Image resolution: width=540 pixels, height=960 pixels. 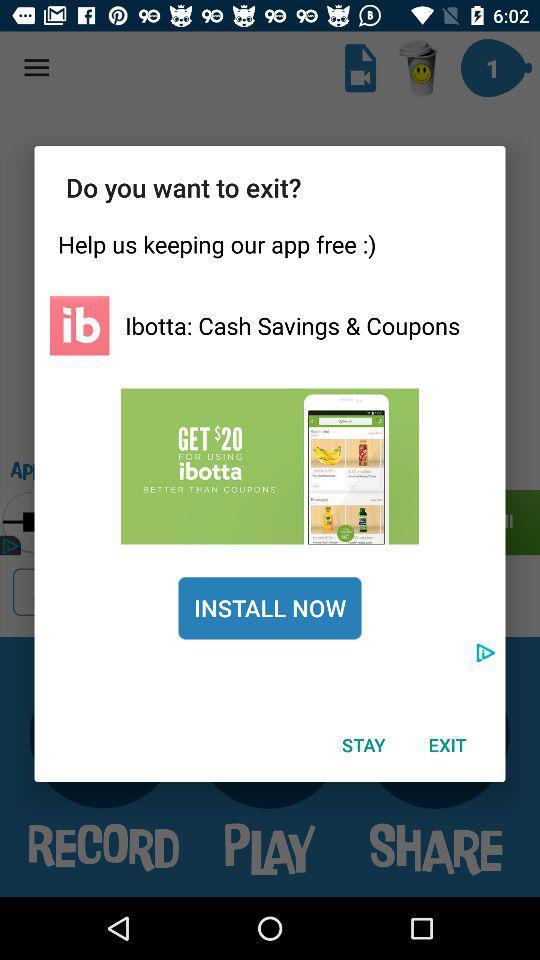 What do you see at coordinates (291, 325) in the screenshot?
I see `ibotta cash savings` at bounding box center [291, 325].